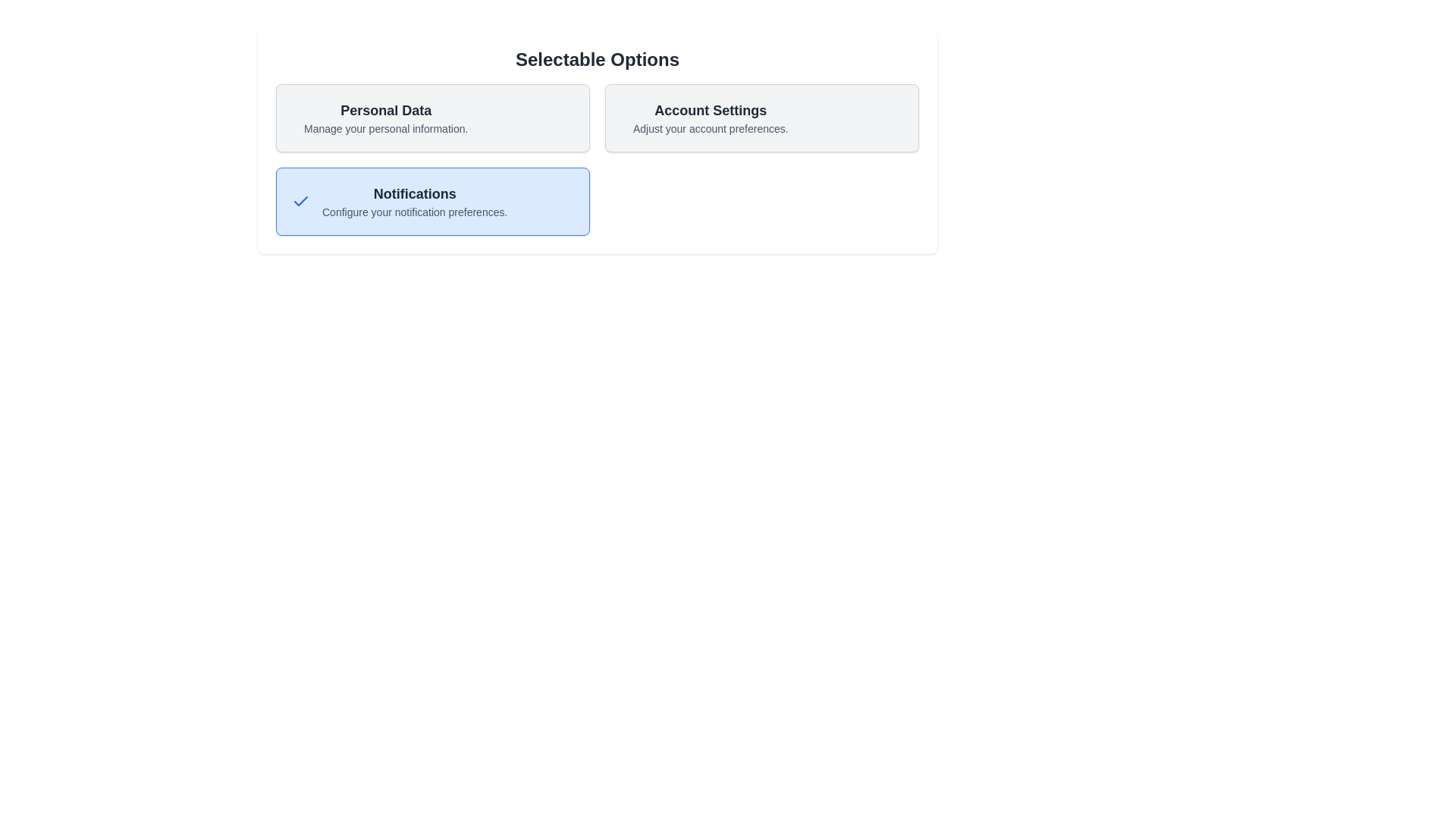  Describe the element at coordinates (301, 201) in the screenshot. I see `the selection state of the Notifications icon located in the top-left corner of the Notifications selection box, which is the third option in the vertical layout` at that location.